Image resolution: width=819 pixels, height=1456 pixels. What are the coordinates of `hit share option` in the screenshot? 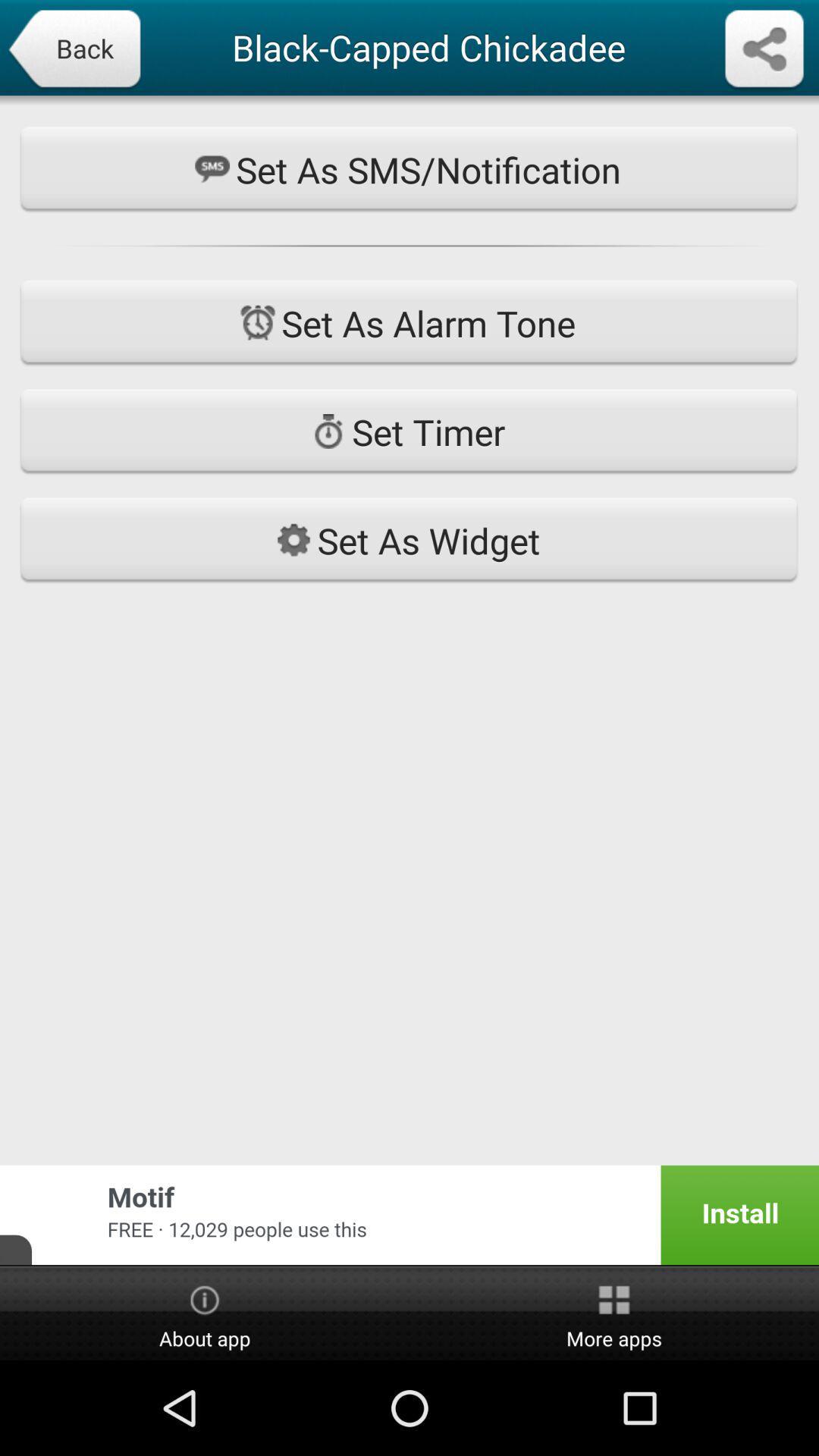 It's located at (764, 50).